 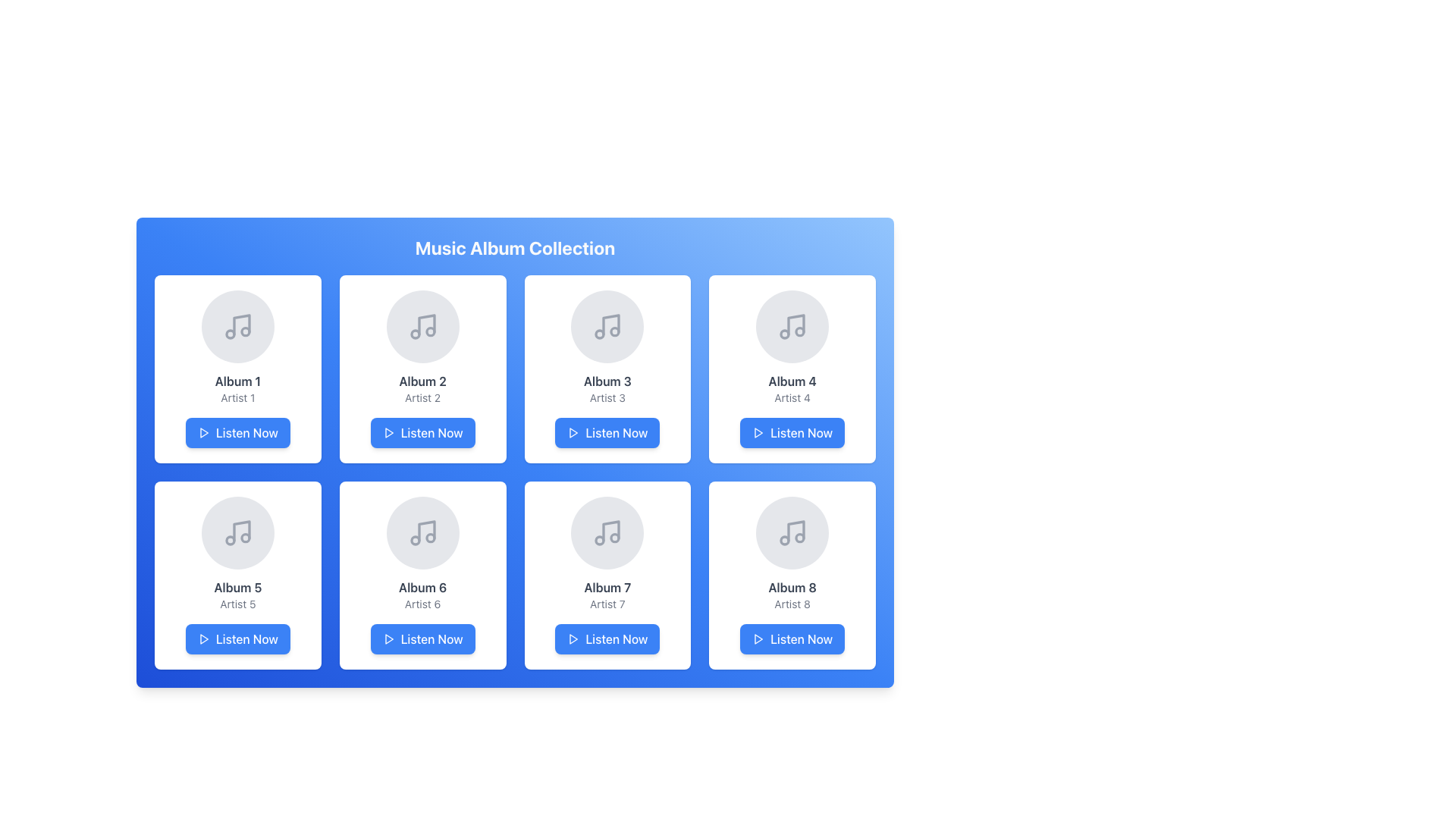 What do you see at coordinates (202, 639) in the screenshot?
I see `the 'Listen Now' button for 'Album 5' by 'Artist 5' to initiate media playback, using the play icon as a visual cue` at bounding box center [202, 639].